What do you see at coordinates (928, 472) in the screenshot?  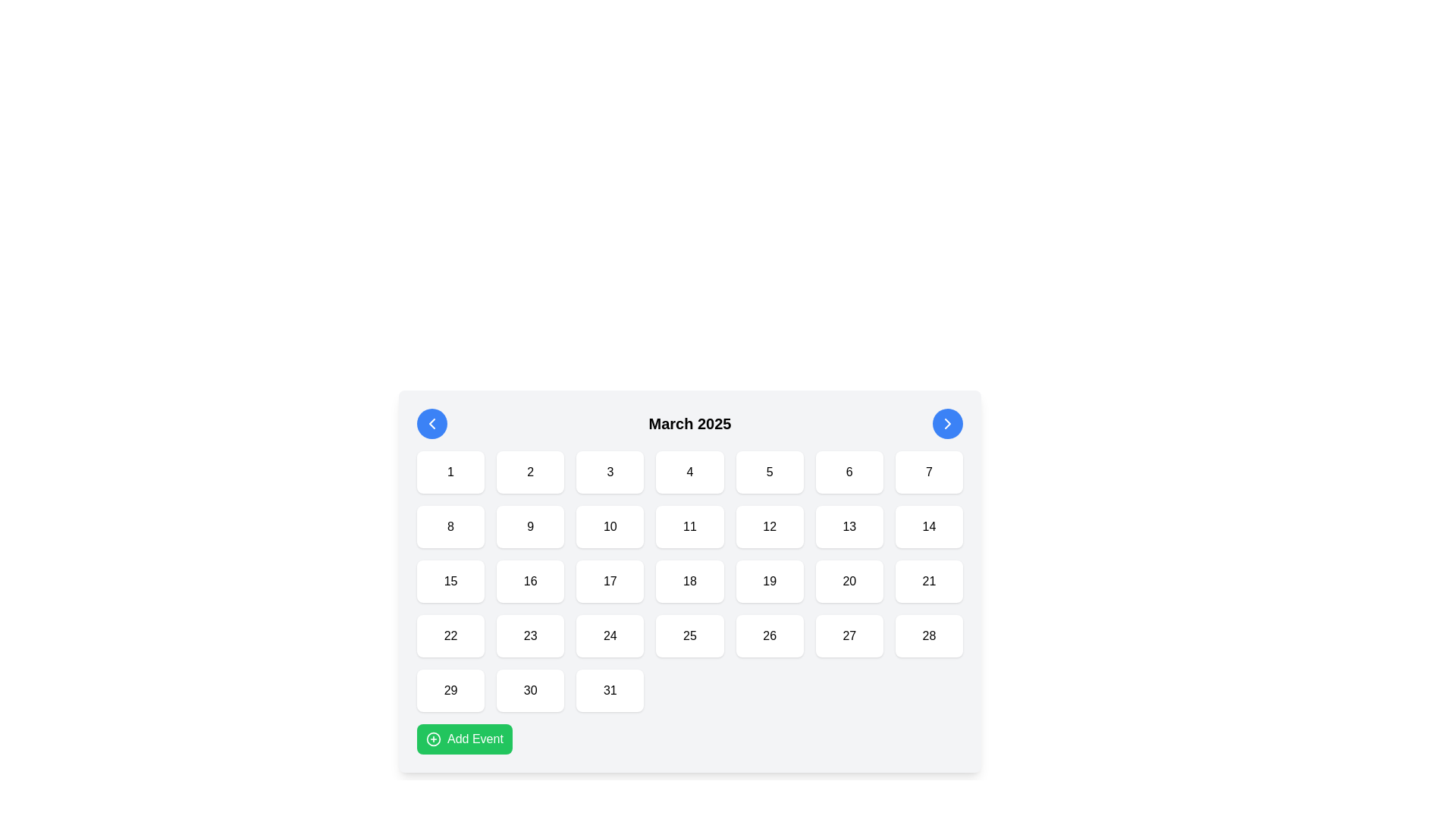 I see `the Calendar day tile displaying the digit '7'` at bounding box center [928, 472].